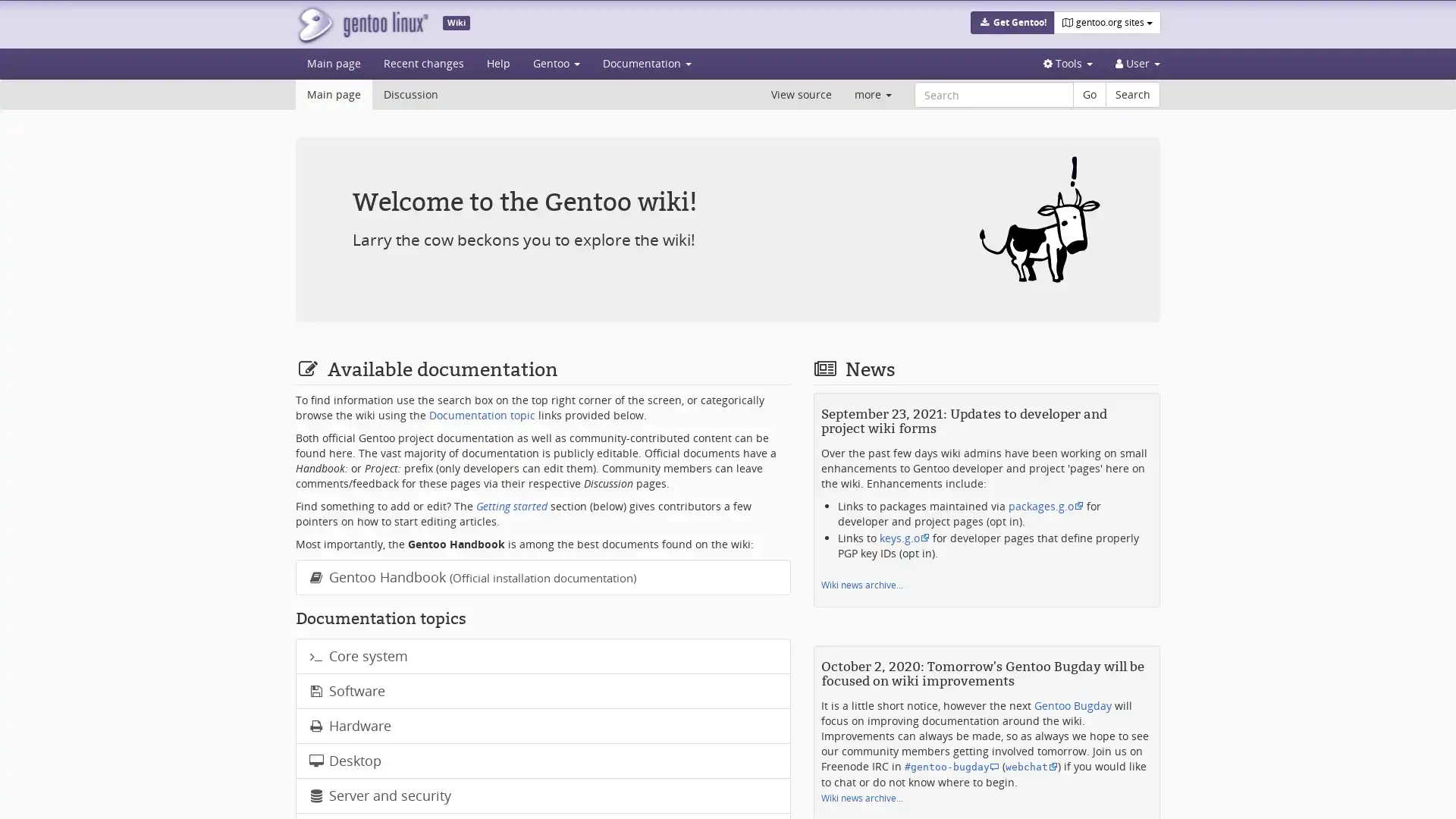  I want to click on more, so click(873, 94).